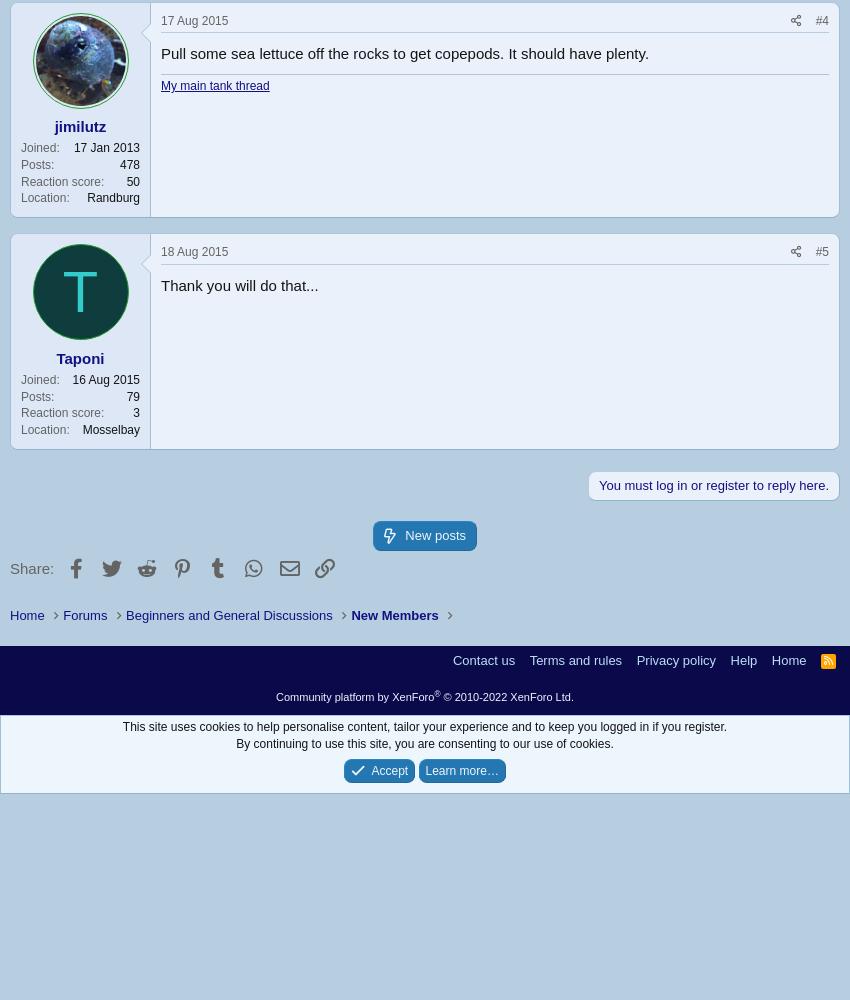  I want to click on 'My main tank thread', so click(214, 85).